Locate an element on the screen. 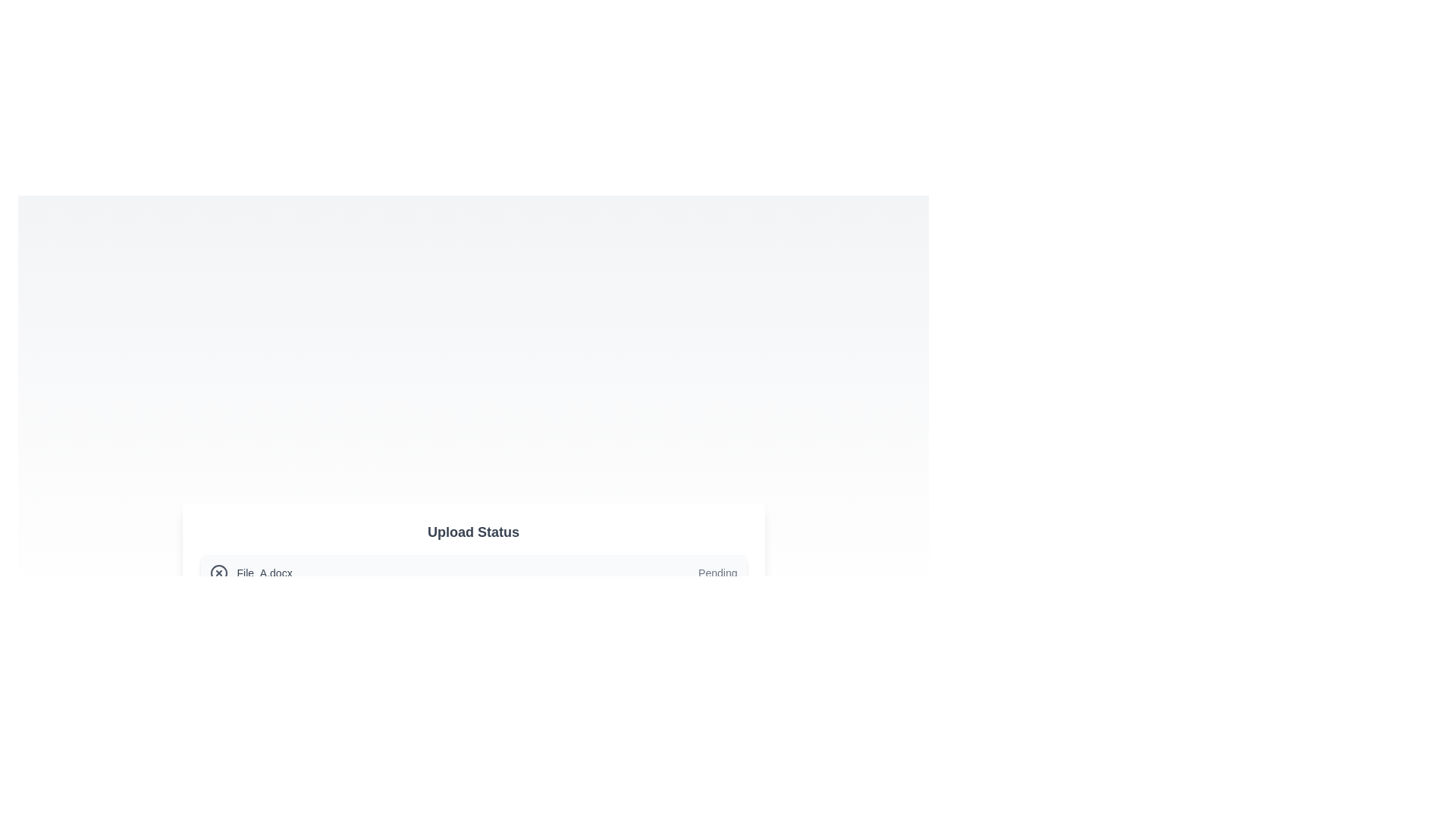 The image size is (1456, 819). the animation of the status indicator icon located to the left of the 'File_C.mp3' text element is located at coordinates (218, 669).